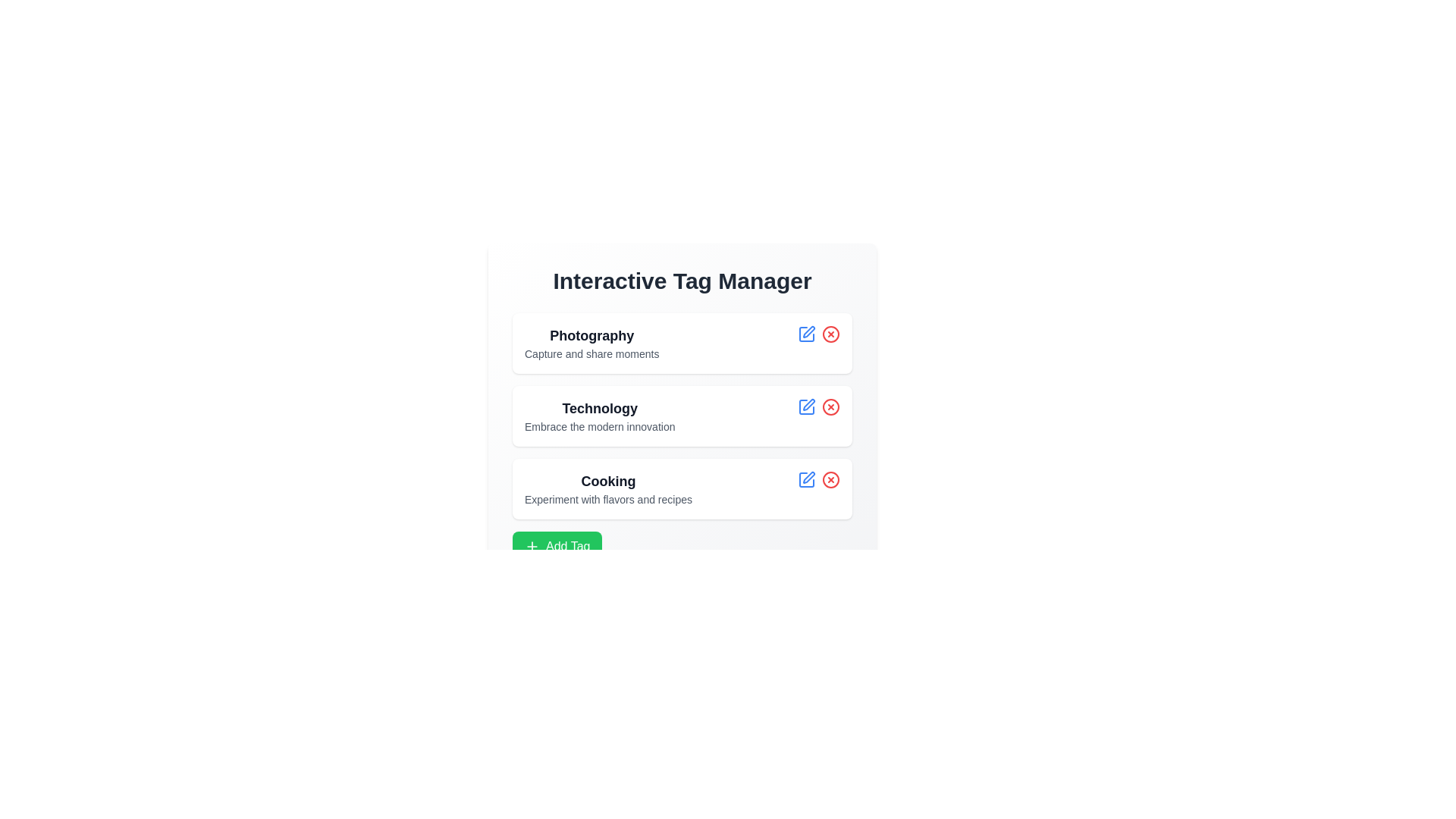  Describe the element at coordinates (830, 406) in the screenshot. I see `the circle icon representing the close or remove button for the 'Technology' list item` at that location.